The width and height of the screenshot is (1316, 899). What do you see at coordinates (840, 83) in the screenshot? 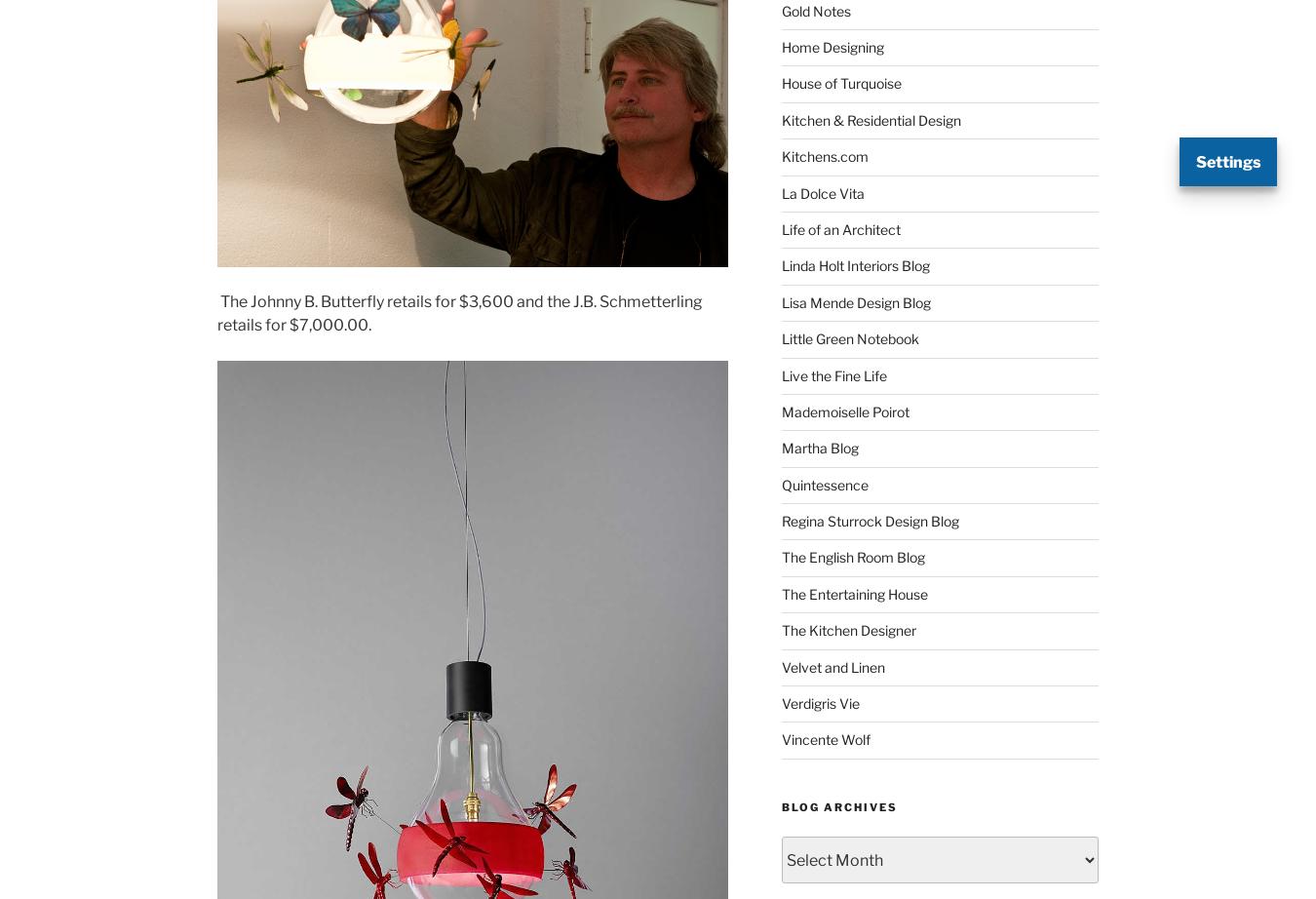
I see `'House of Turquoise'` at bounding box center [840, 83].